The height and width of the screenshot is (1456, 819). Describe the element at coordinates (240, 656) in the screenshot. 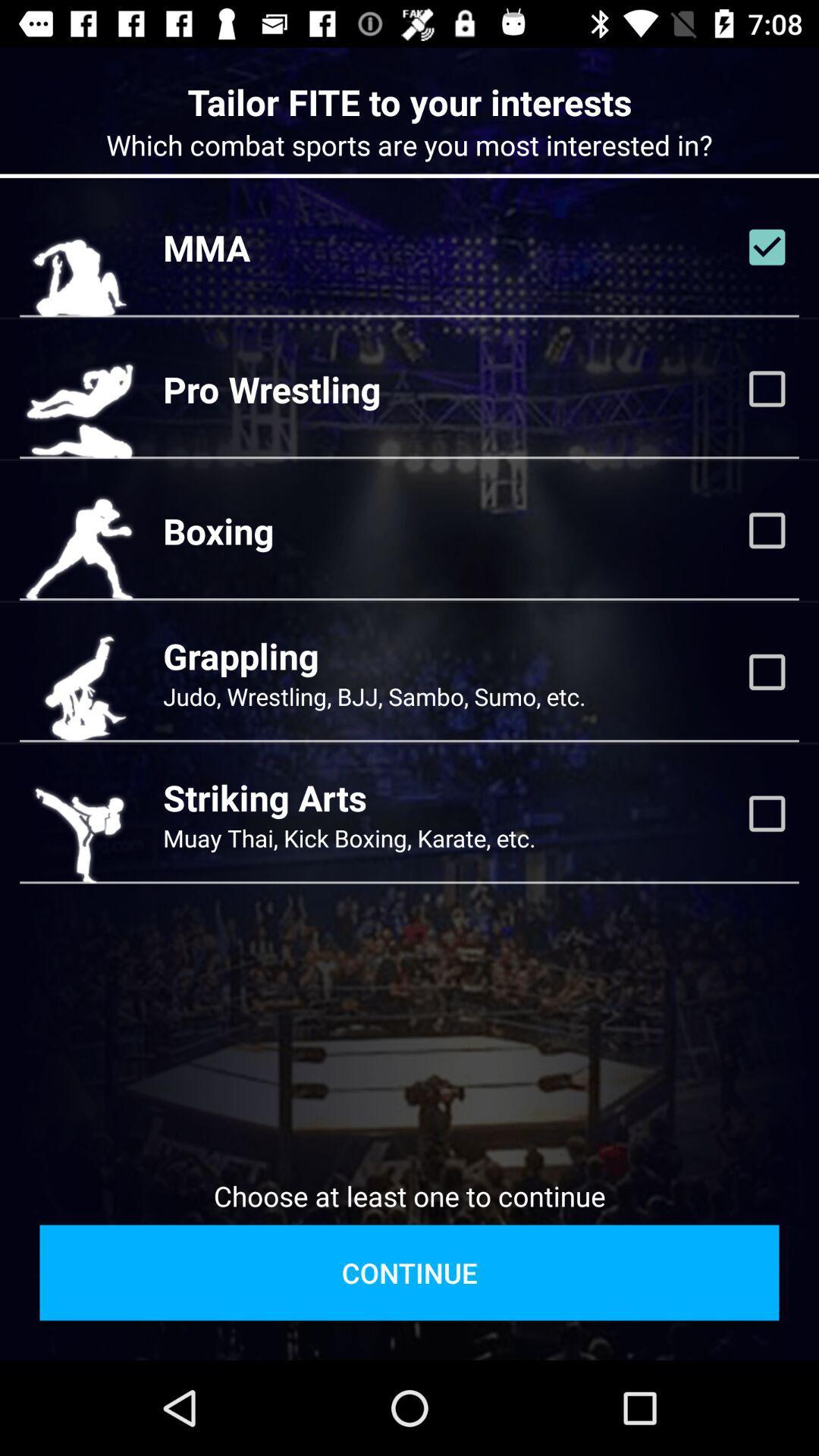

I see `the grappling icon` at that location.